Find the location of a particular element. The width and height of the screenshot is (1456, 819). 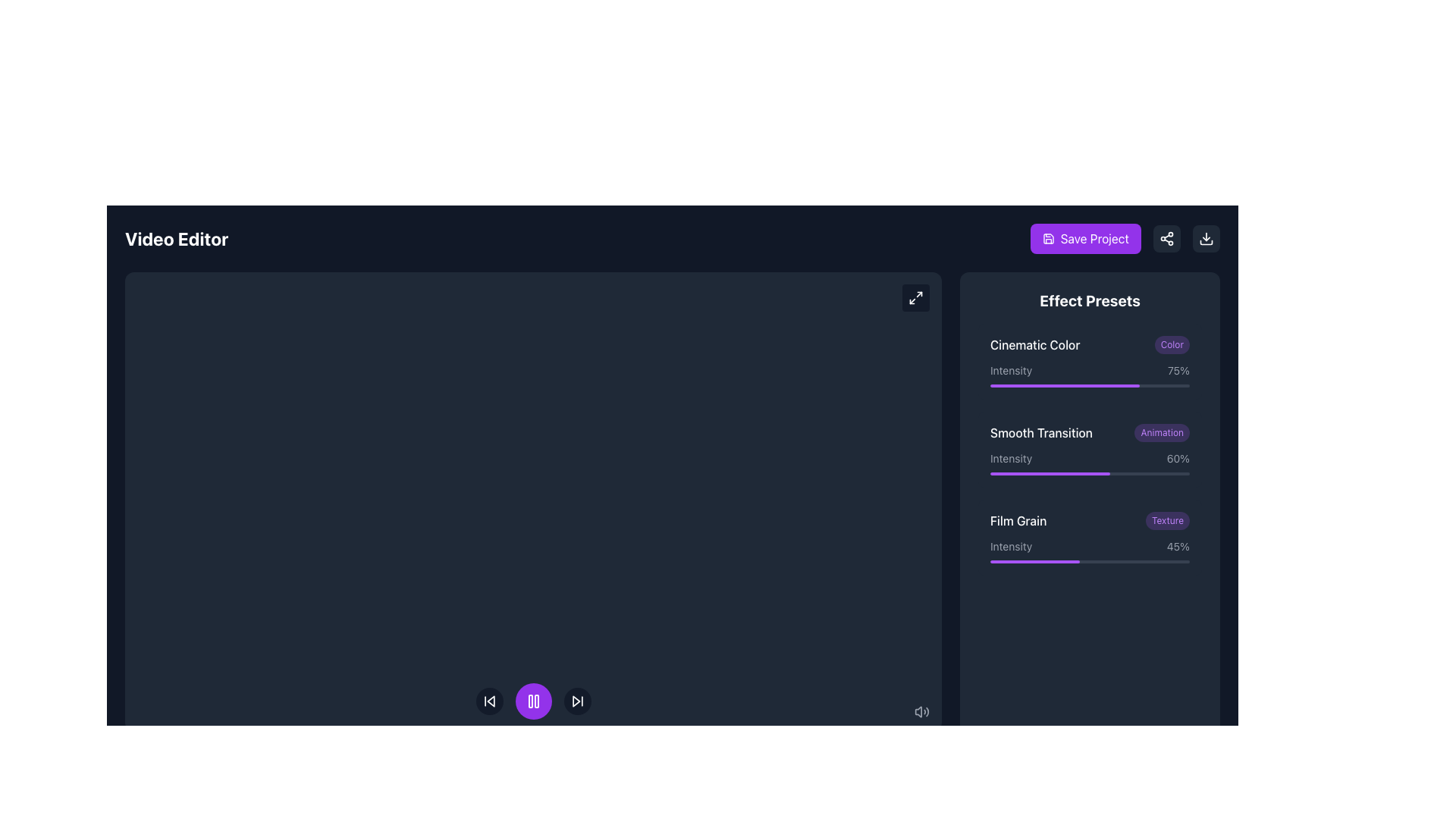

the width of the Progress bar segment indicating the 60% value of the 'Smooth Transition' setting located in the effect settings panel on the right side of the interface is located at coordinates (1049, 472).